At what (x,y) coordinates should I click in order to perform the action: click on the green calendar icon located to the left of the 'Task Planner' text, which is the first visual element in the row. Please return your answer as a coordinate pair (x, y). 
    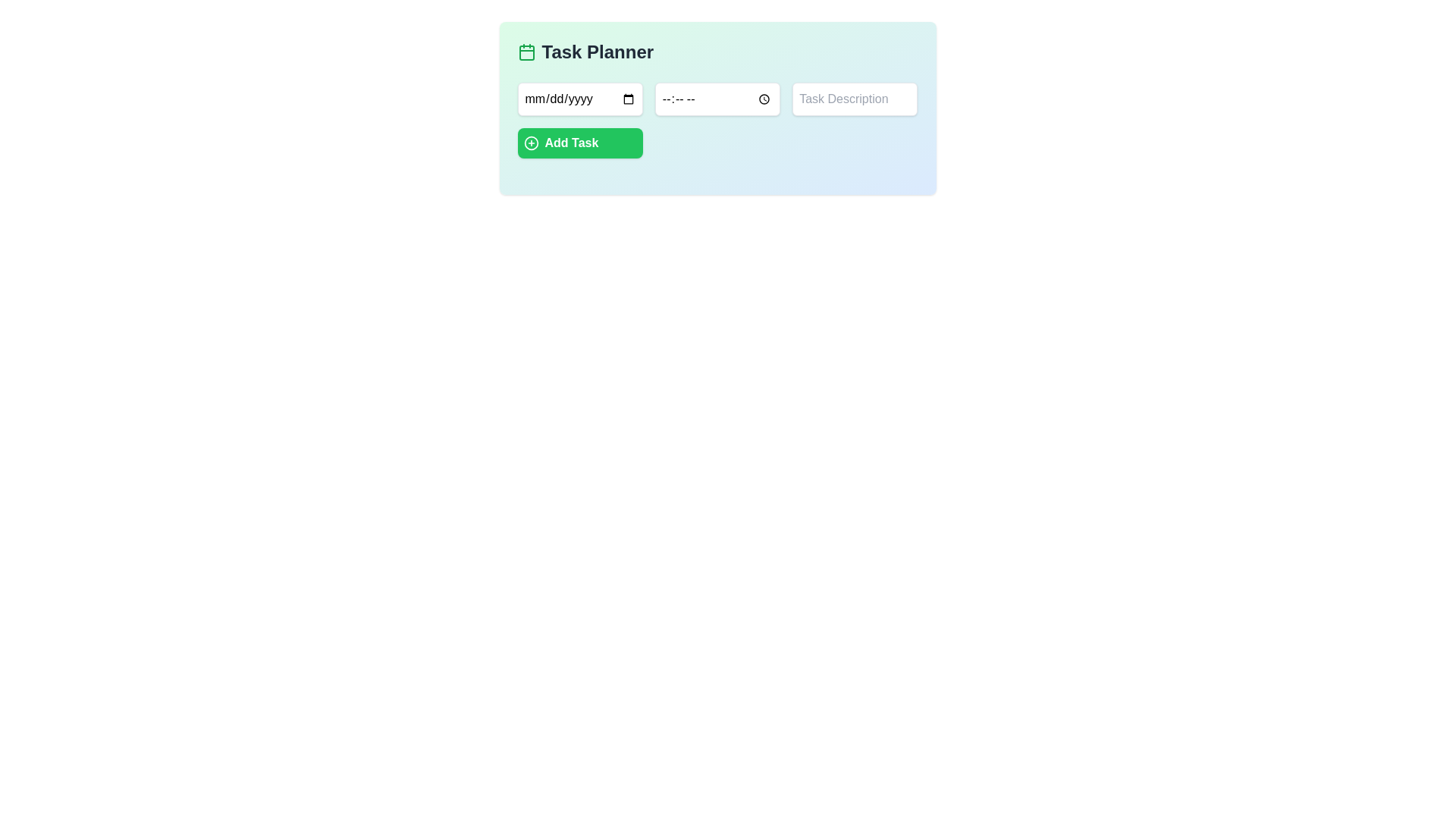
    Looking at the image, I should click on (526, 52).